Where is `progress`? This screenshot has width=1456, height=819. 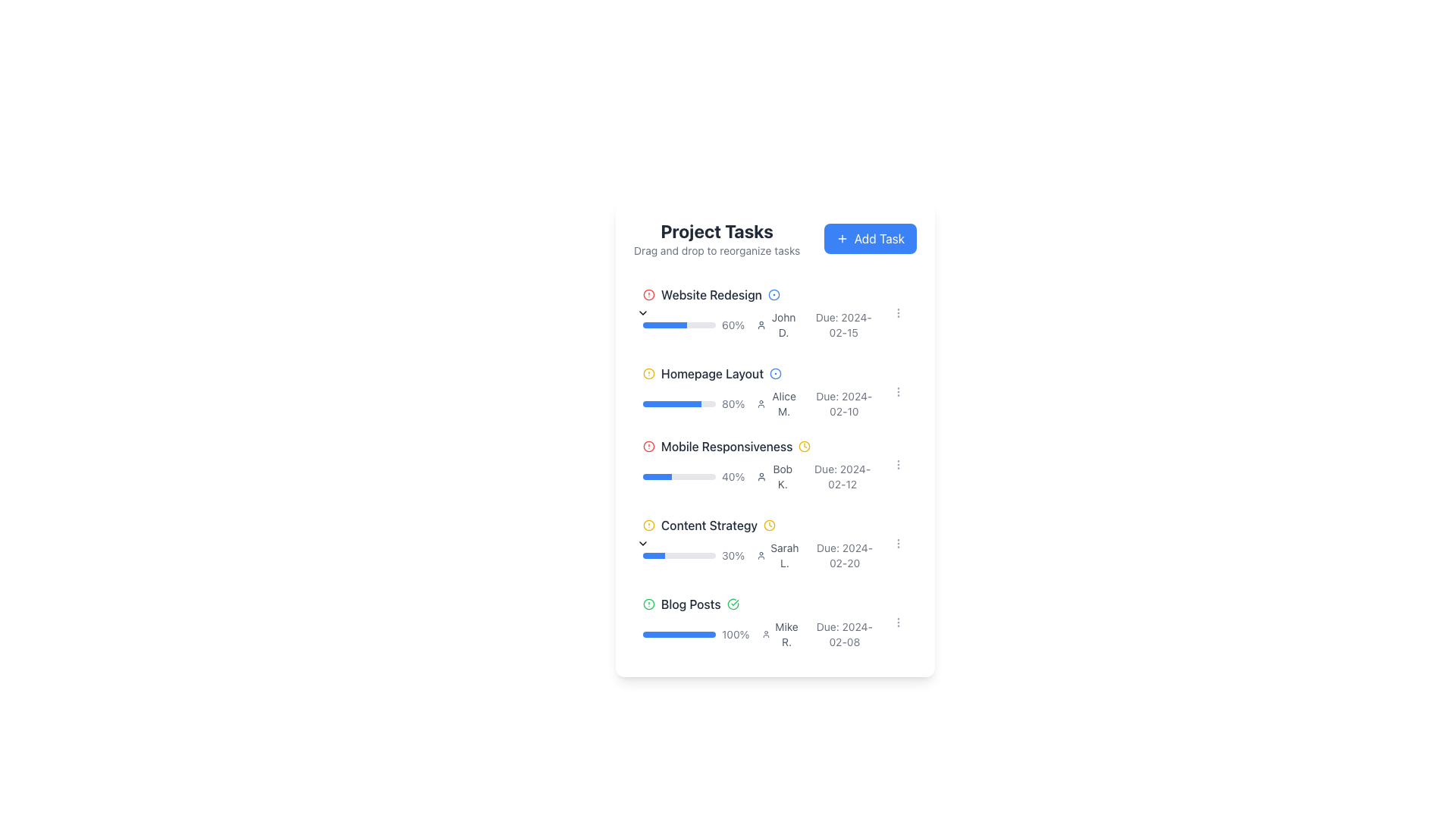 progress is located at coordinates (664, 475).